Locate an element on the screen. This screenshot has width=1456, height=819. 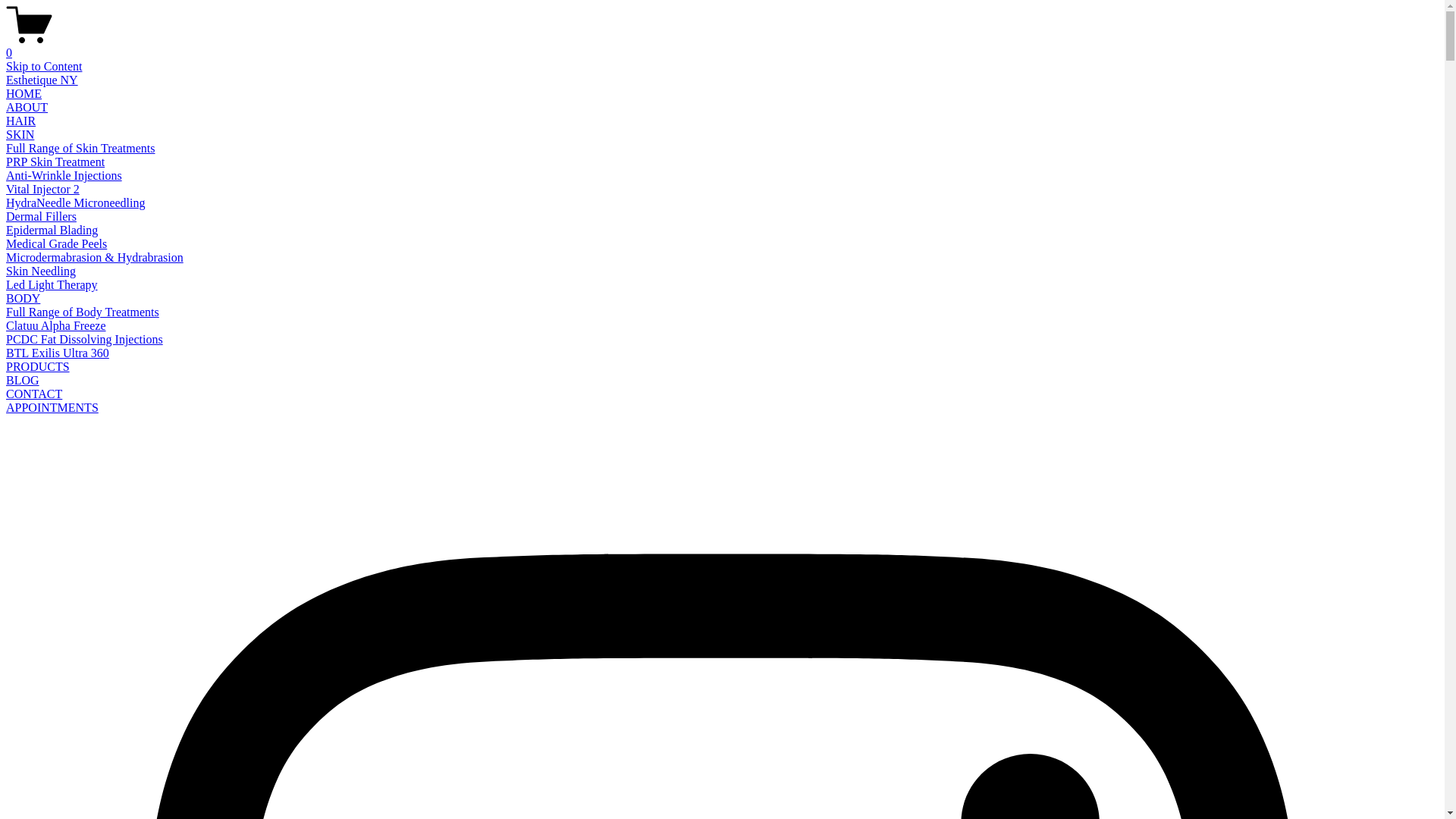
'Full Range of Skin Treatments' is located at coordinates (79, 148).